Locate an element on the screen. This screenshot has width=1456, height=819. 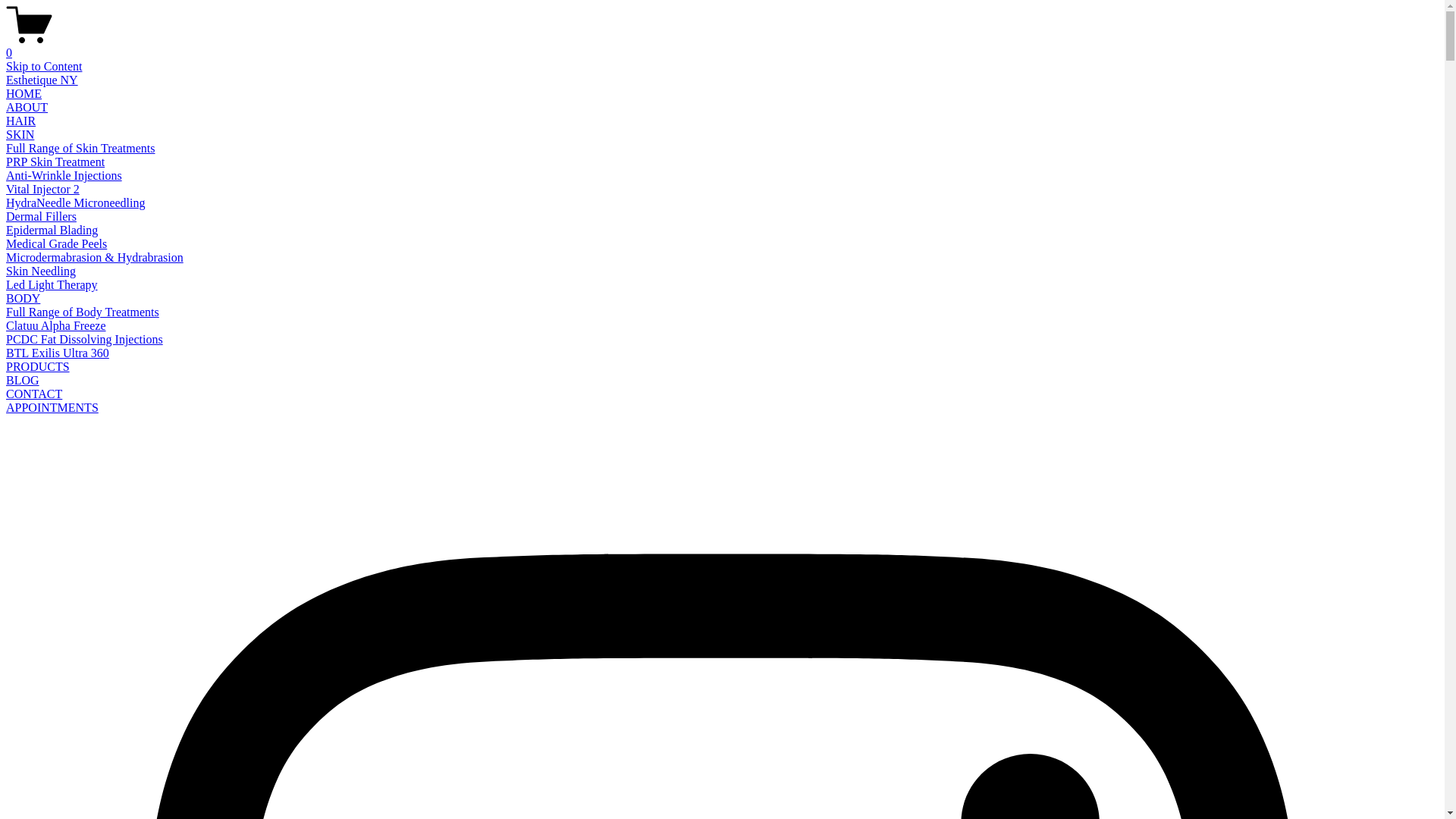
'Full Range of Skin Treatments' is located at coordinates (79, 148).